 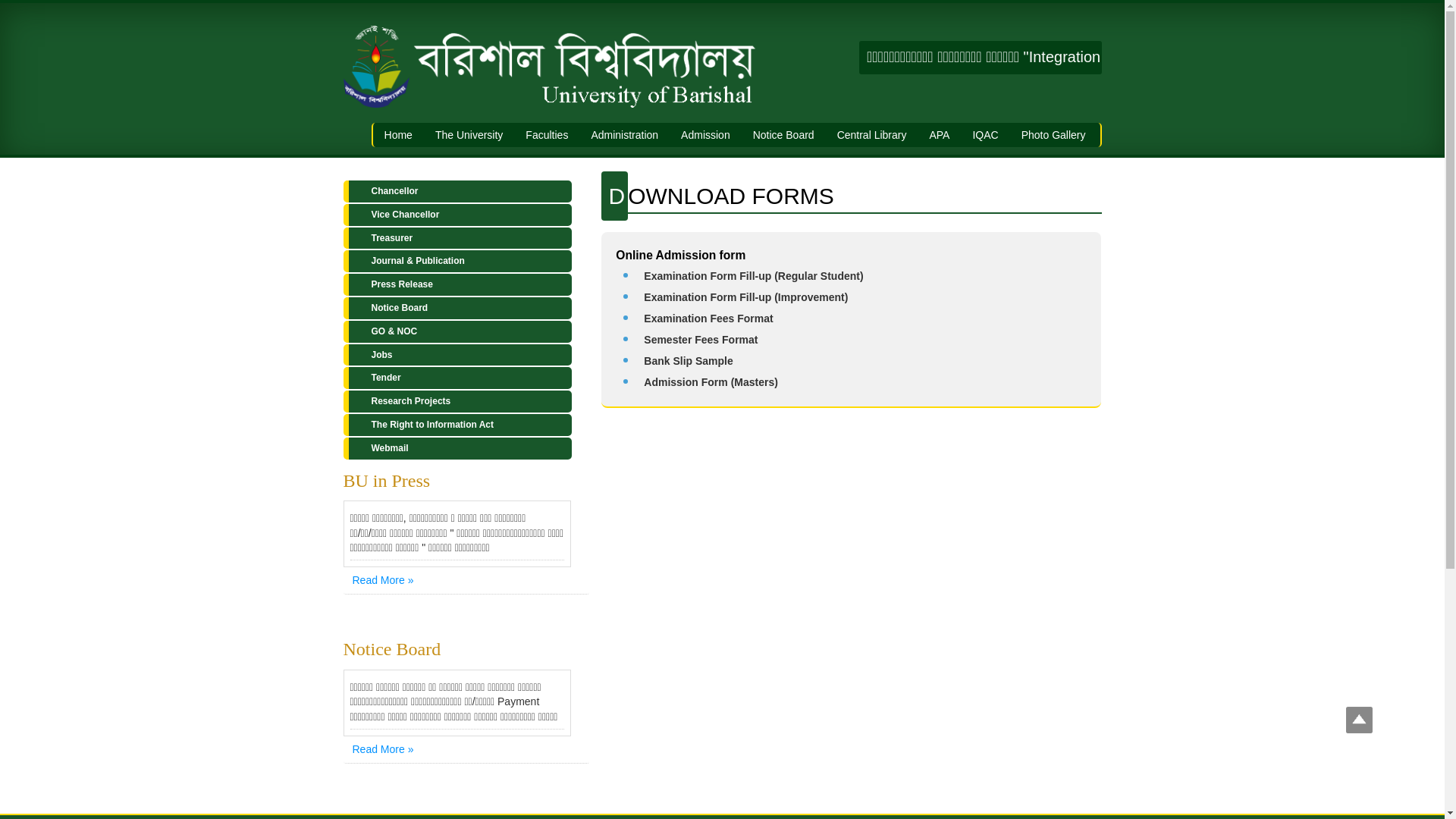 I want to click on 'Admission', so click(x=704, y=133).